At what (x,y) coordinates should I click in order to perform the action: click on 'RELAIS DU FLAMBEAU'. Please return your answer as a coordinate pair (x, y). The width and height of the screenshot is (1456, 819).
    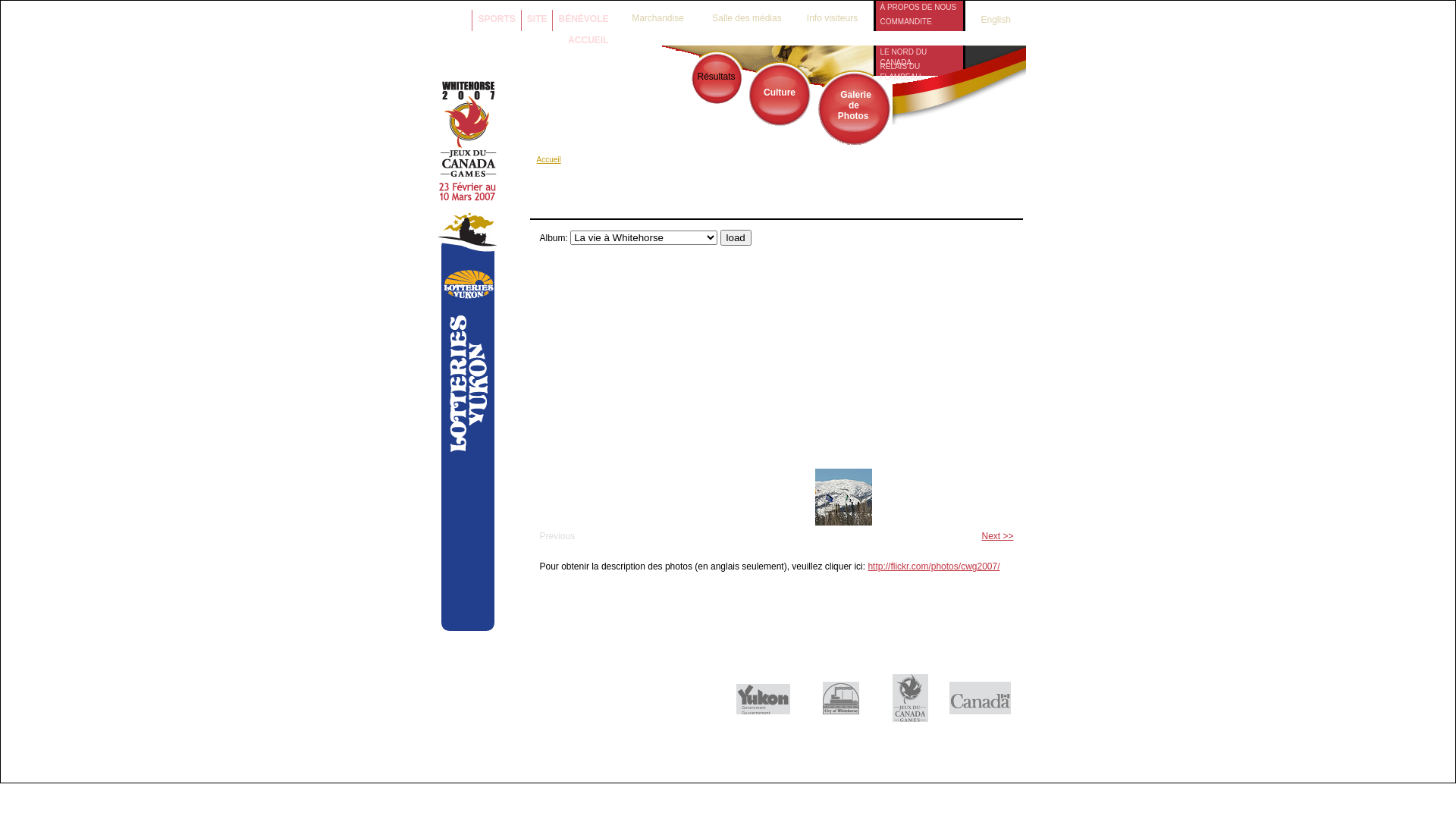
    Looking at the image, I should click on (918, 65).